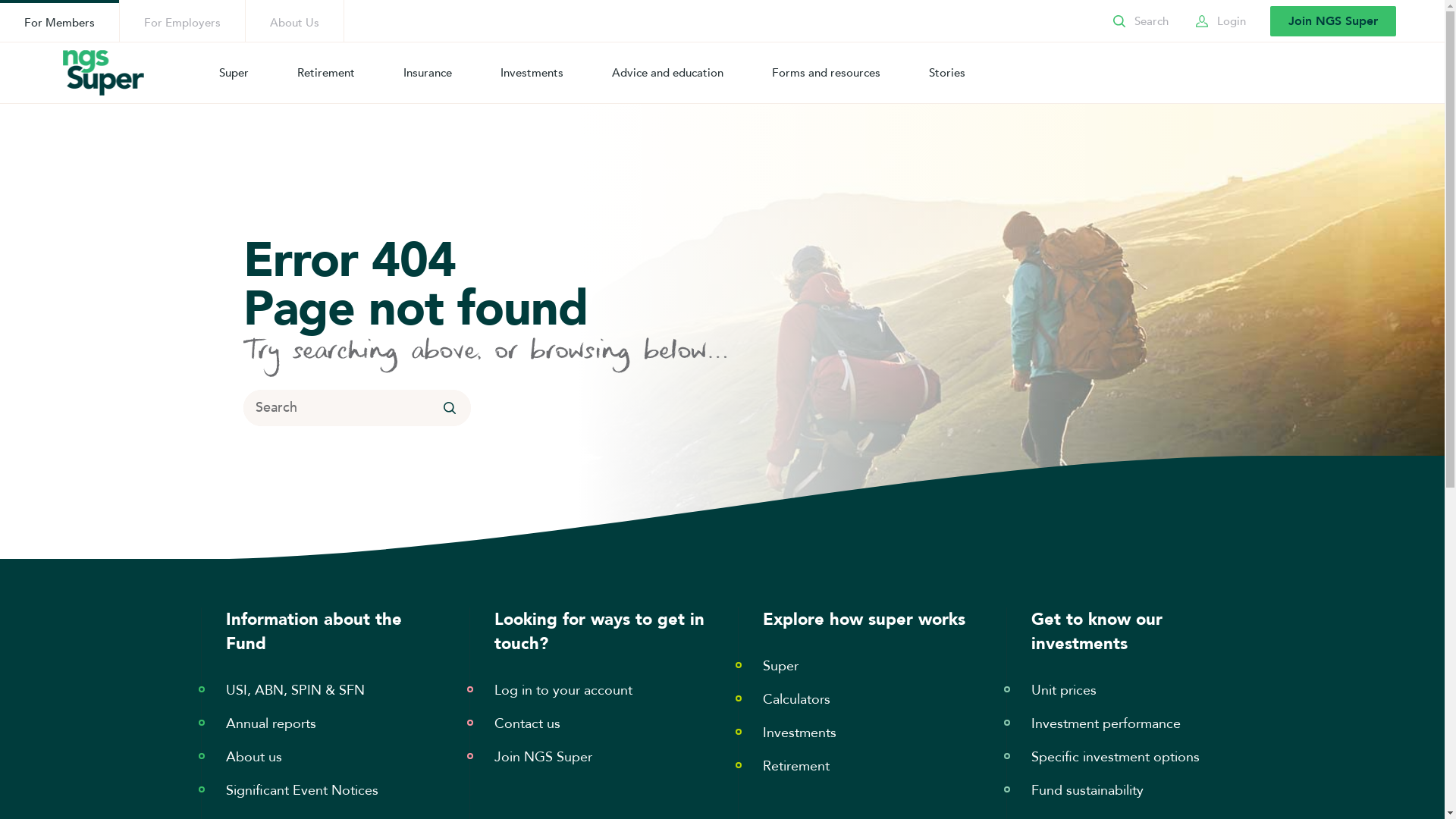 This screenshot has width=1456, height=819. What do you see at coordinates (1192, 20) in the screenshot?
I see `'Login'` at bounding box center [1192, 20].